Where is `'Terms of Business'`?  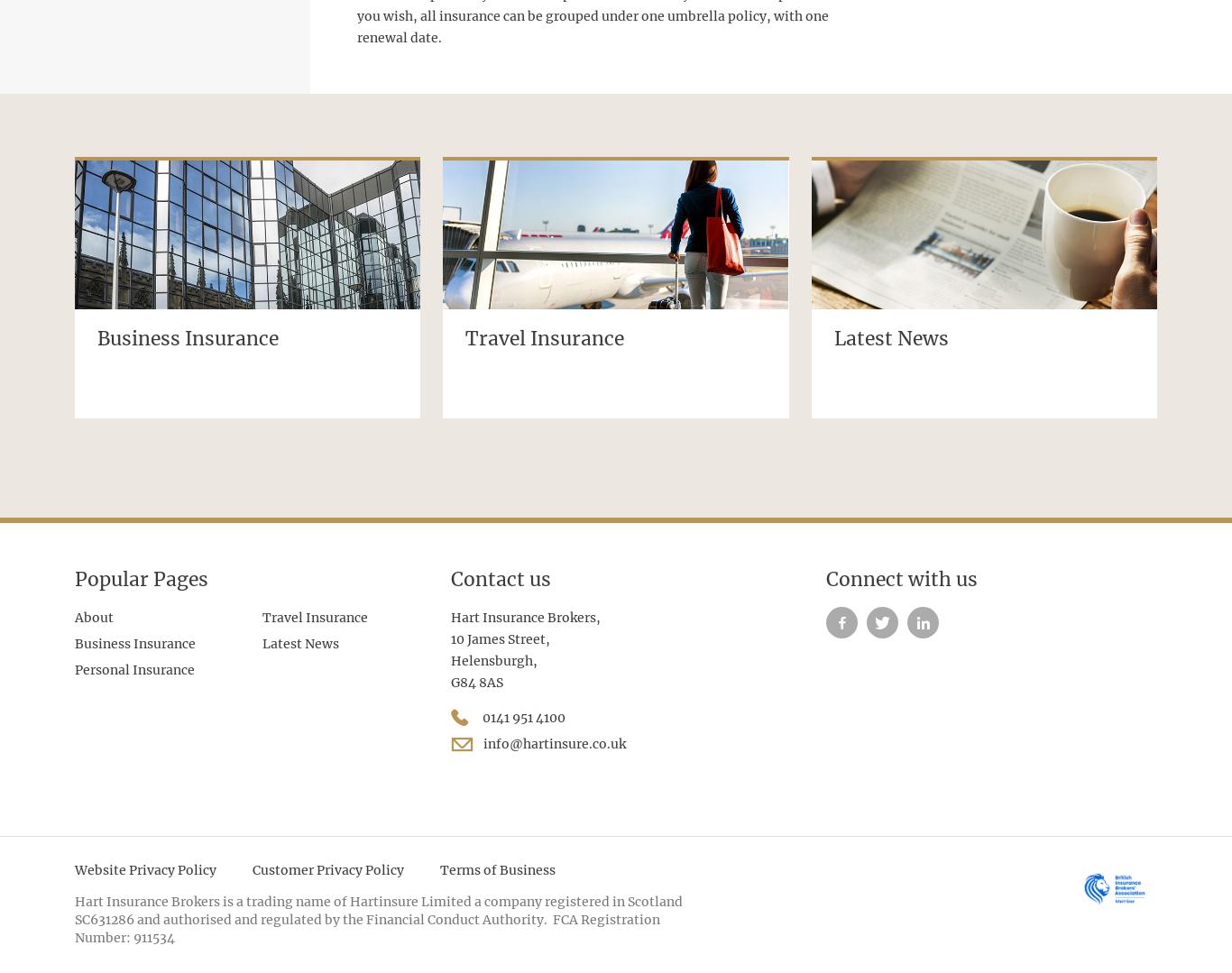
'Terms of Business' is located at coordinates (498, 868).